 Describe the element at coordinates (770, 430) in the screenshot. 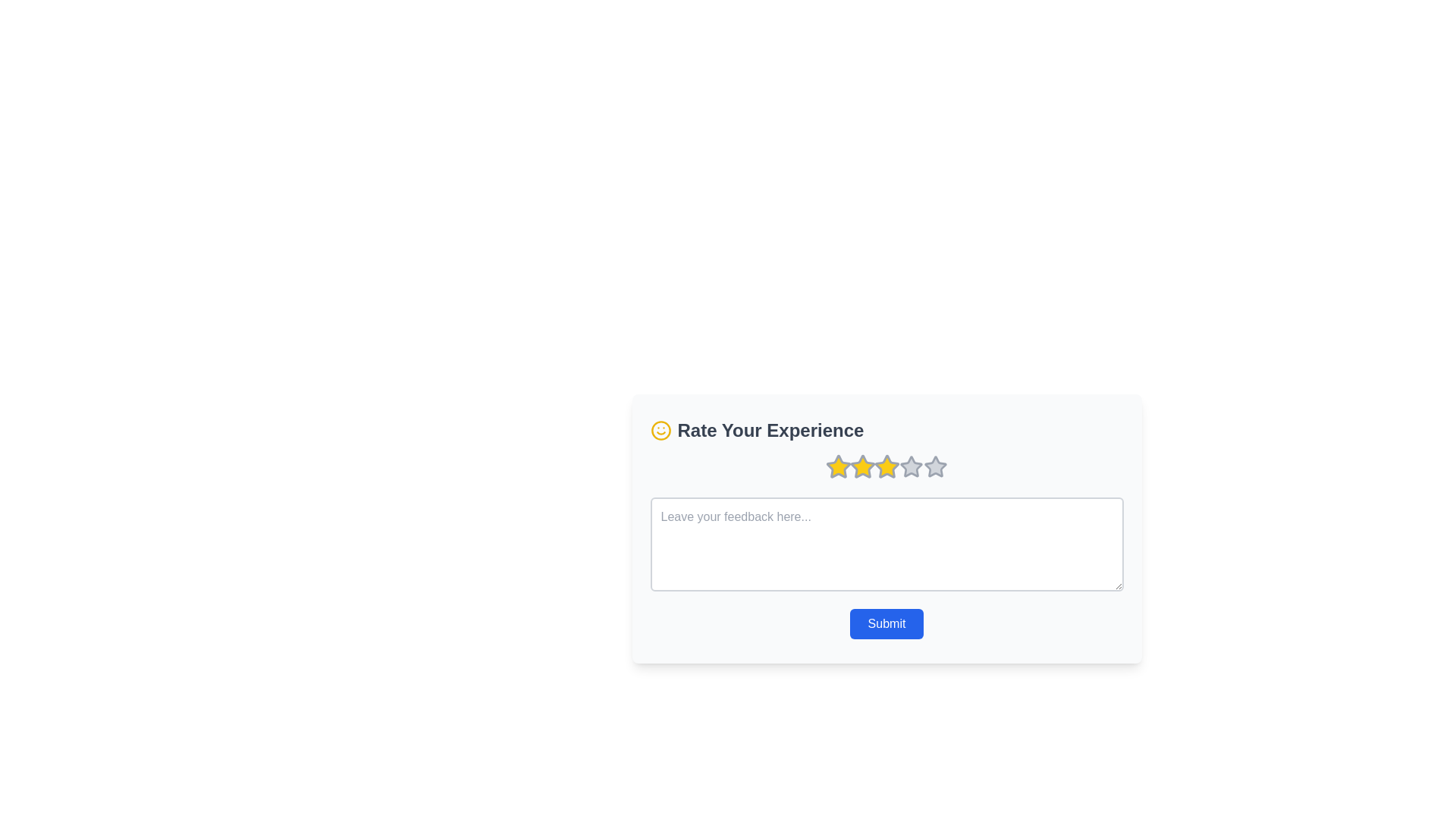

I see `the static text label reading 'Rate Your Experience' which is rendered in bold and large dark gray font, located to the right of a smile icon and above a row of star icons` at that location.